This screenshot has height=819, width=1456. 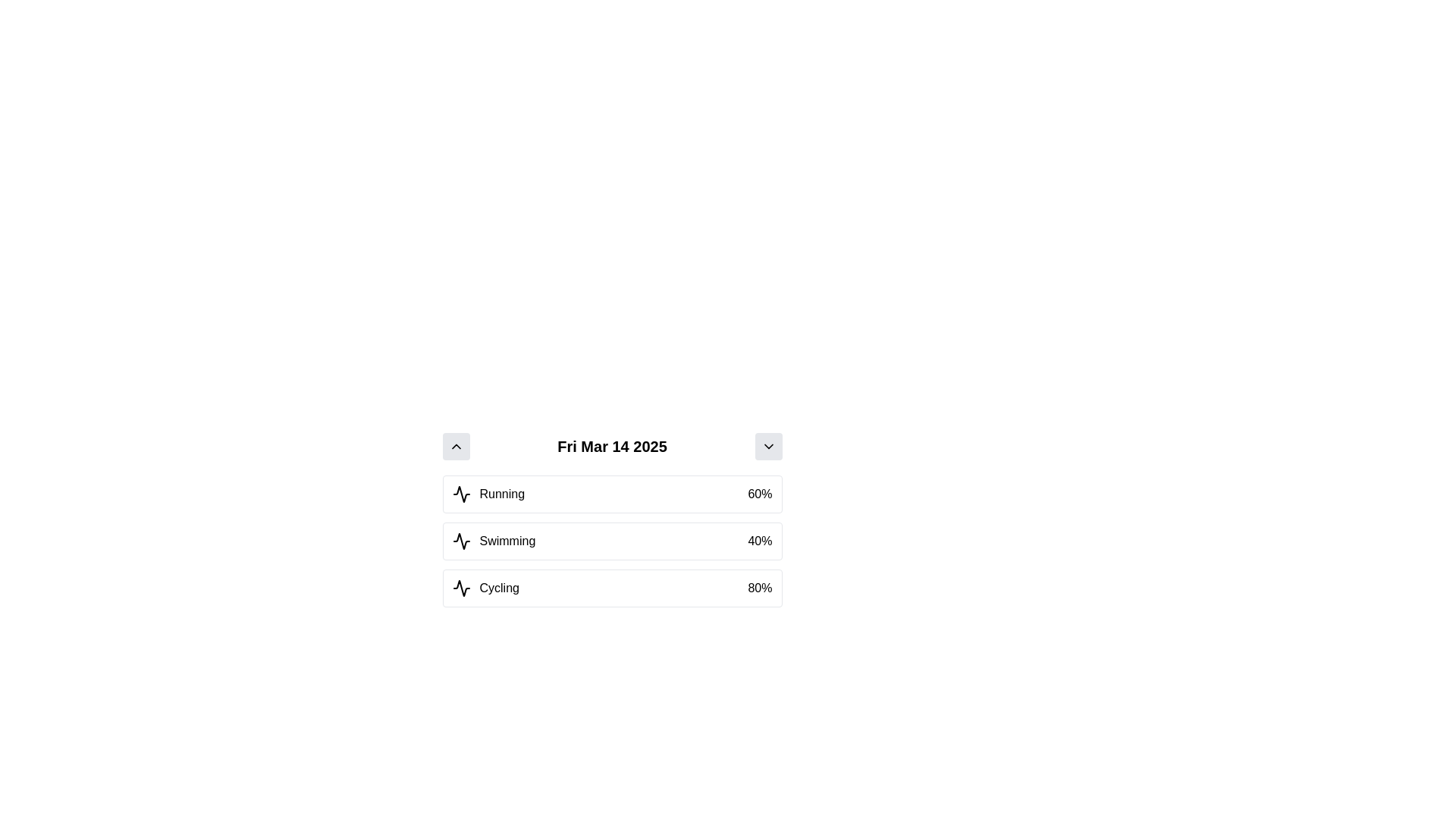 What do you see at coordinates (460, 540) in the screenshot?
I see `the 'Swimming' activity icon, which is the second icon in a vertical list of three, located to the left of the 'Swimming' label` at bounding box center [460, 540].